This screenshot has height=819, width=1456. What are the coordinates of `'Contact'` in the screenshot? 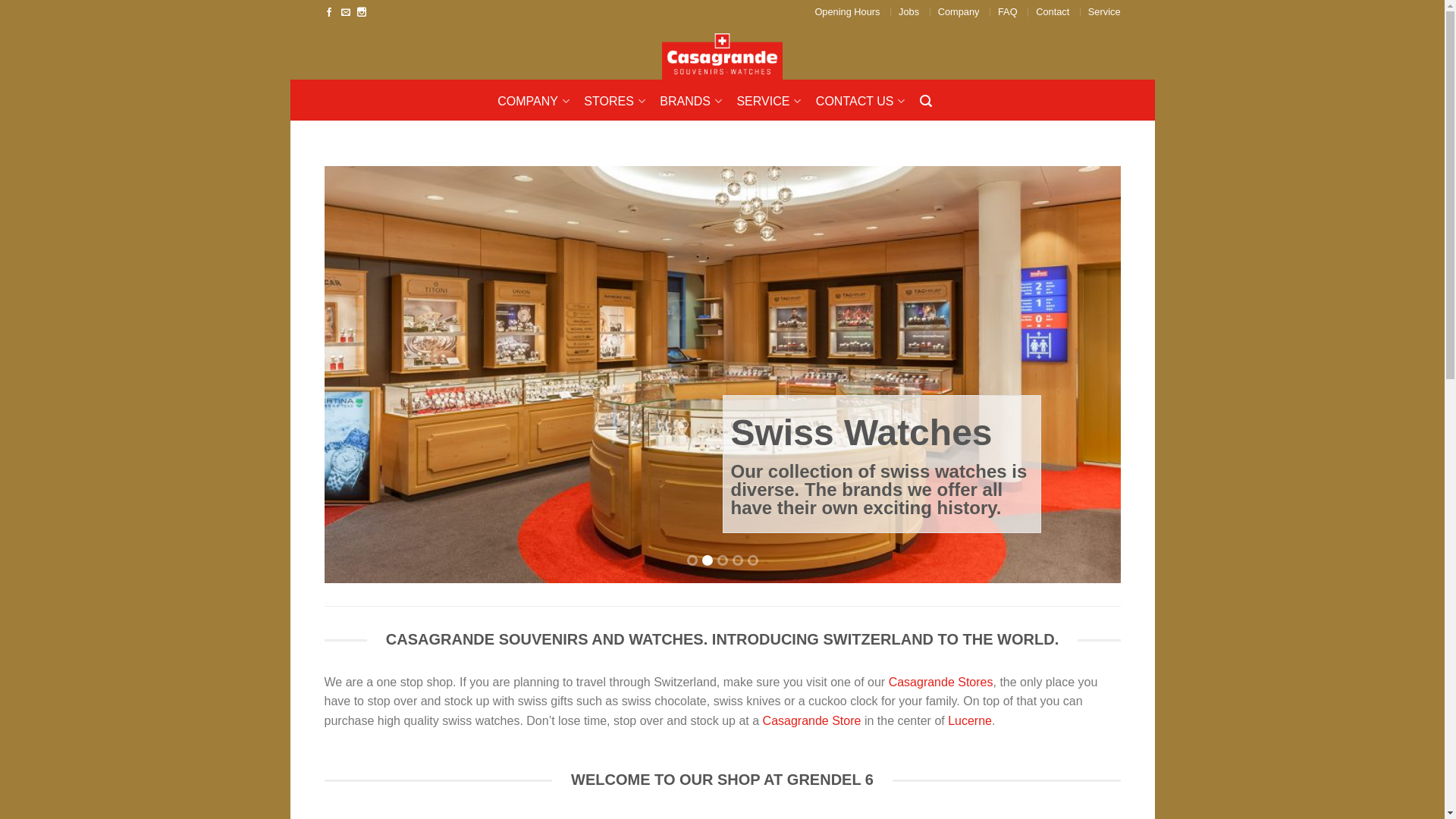 It's located at (1051, 11).